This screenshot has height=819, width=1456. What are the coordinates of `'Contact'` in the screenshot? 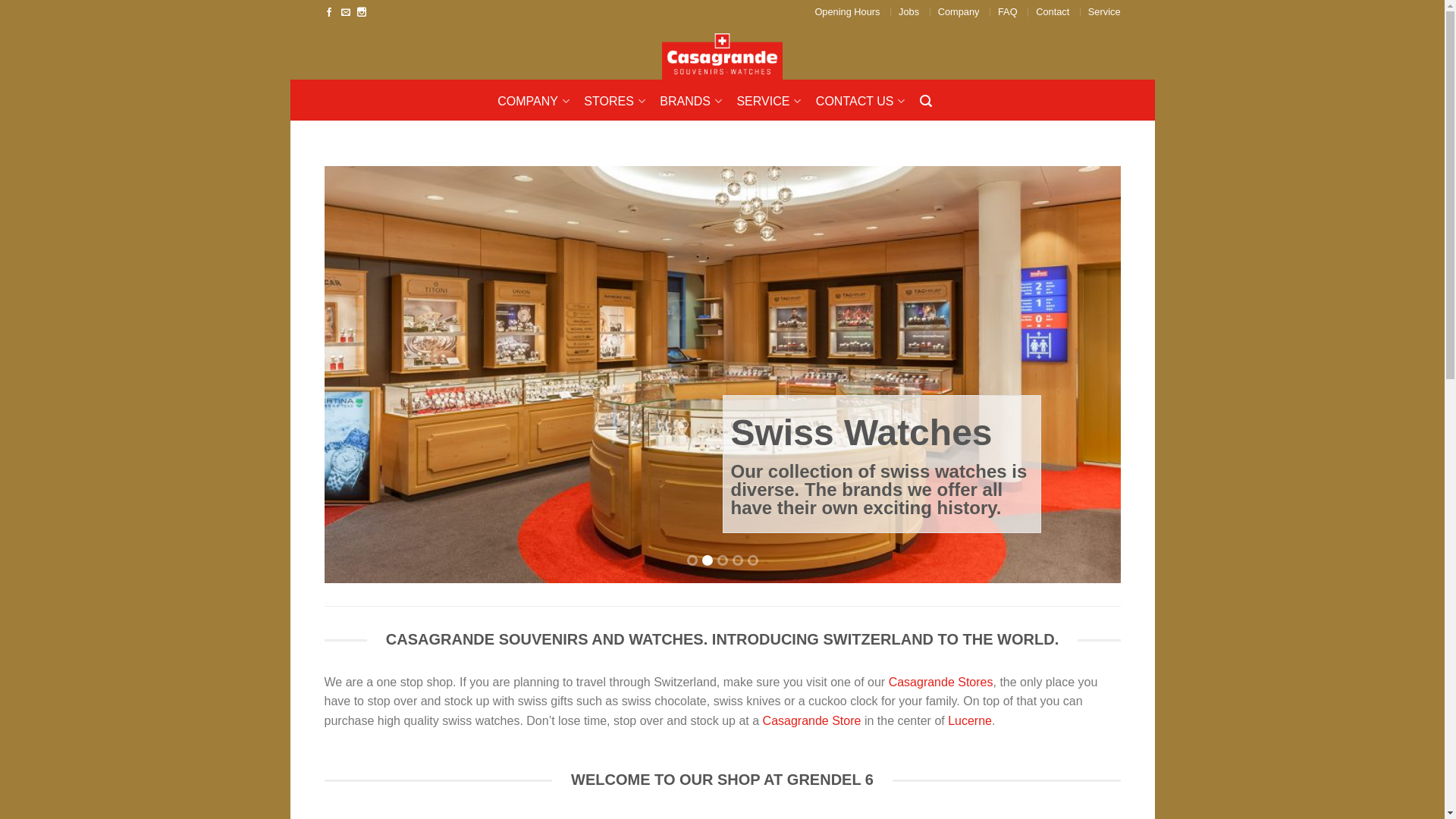 It's located at (1051, 11).